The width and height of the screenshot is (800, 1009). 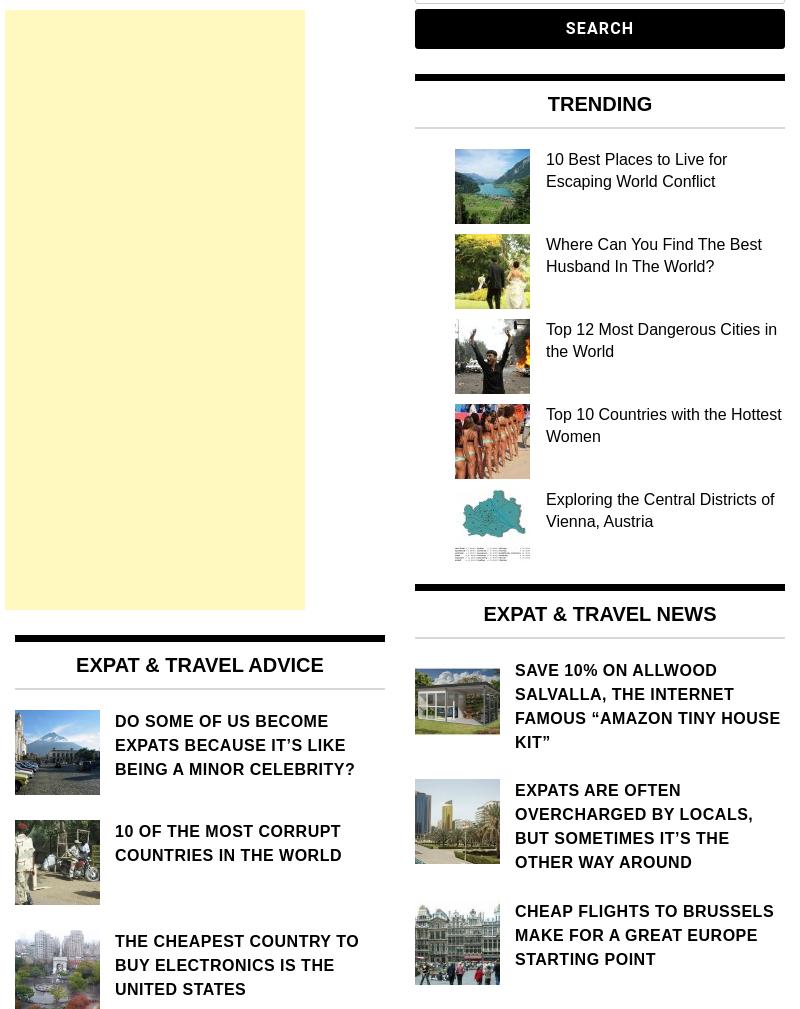 I want to click on 'Where Can You Find The Best Husband In The World?', so click(x=652, y=253).